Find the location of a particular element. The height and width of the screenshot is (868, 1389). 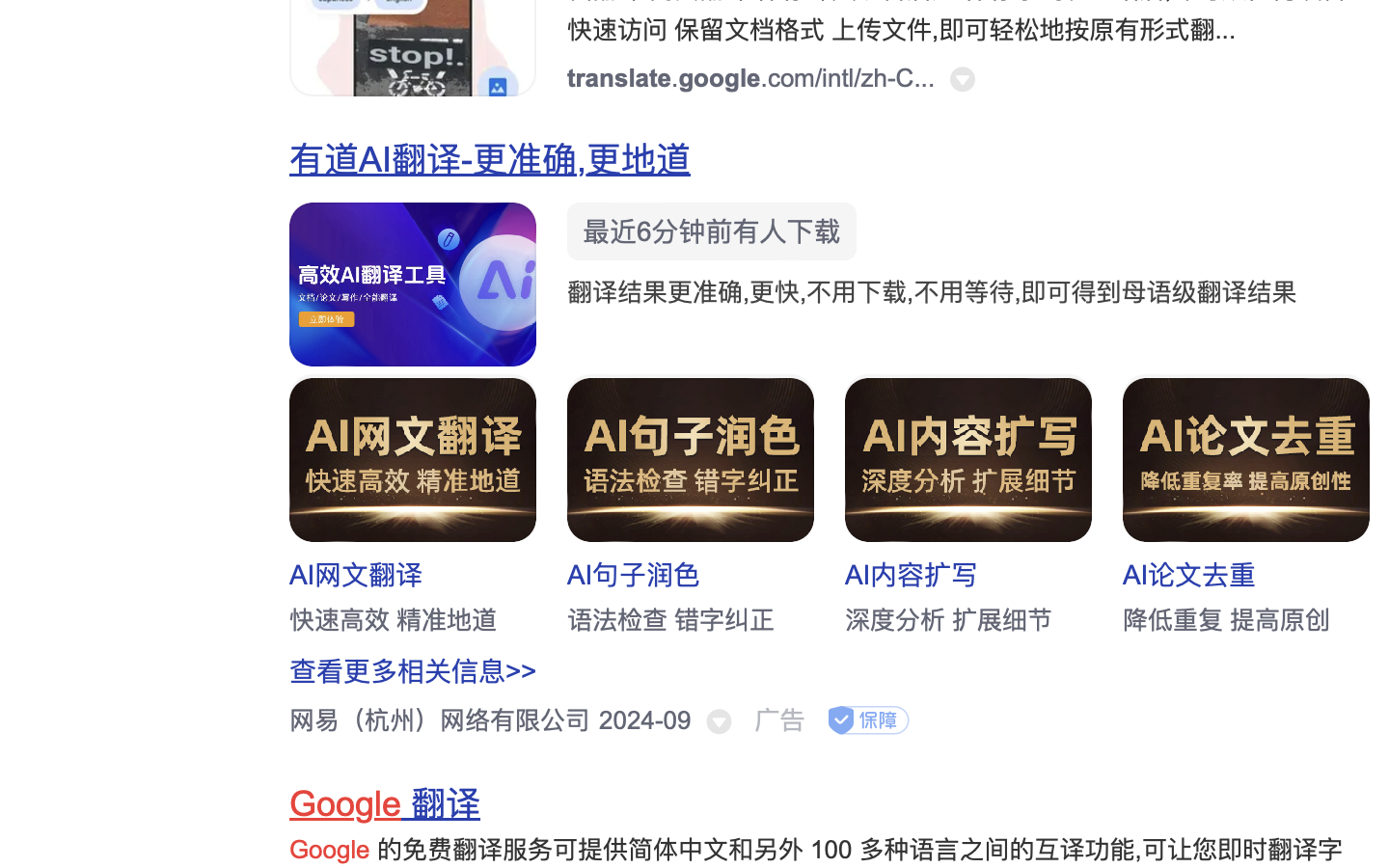

'广告' is located at coordinates (779, 719).